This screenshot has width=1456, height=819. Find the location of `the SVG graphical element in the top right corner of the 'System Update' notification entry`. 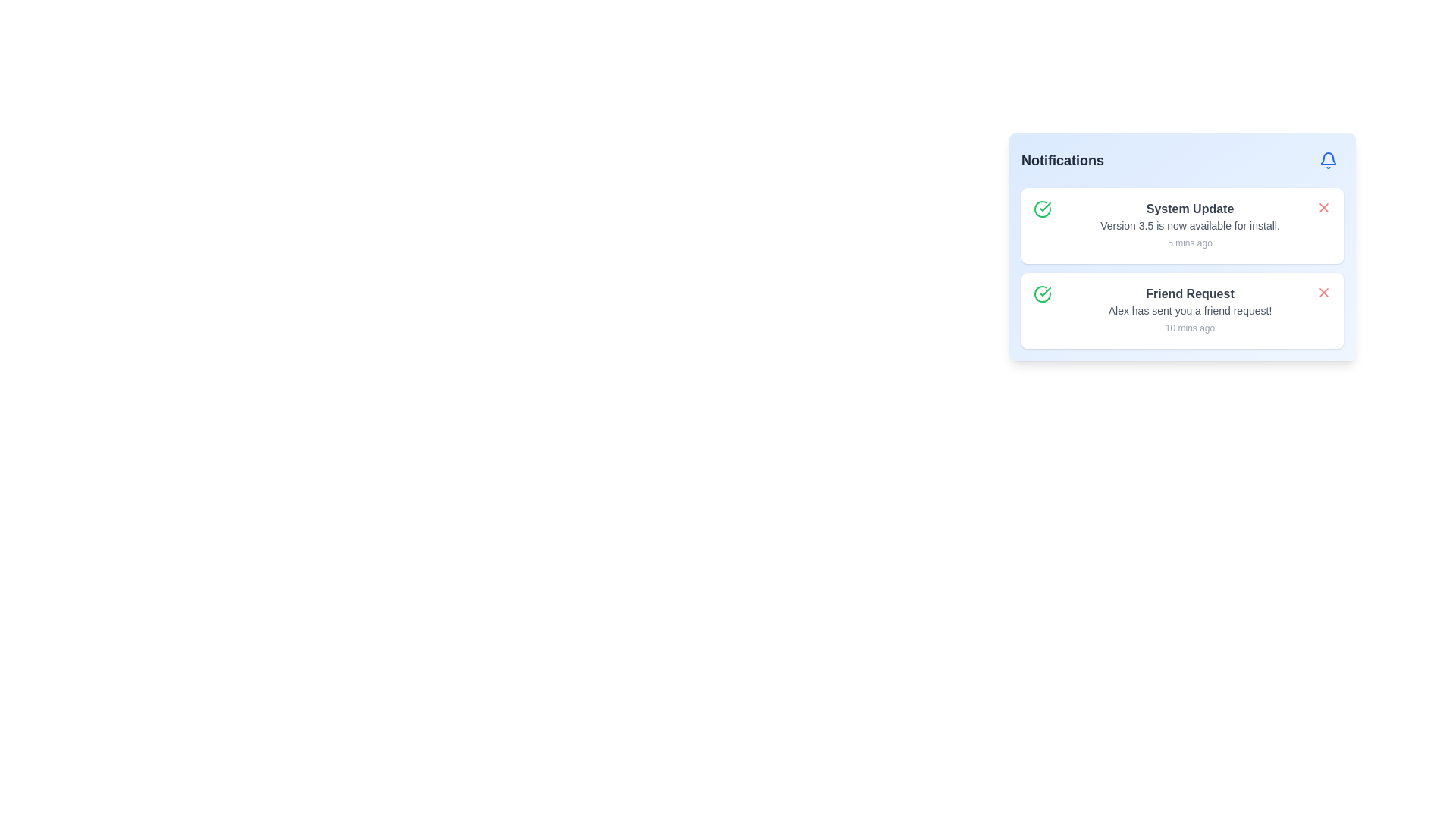

the SVG graphical element in the top right corner of the 'System Update' notification entry is located at coordinates (1323, 207).